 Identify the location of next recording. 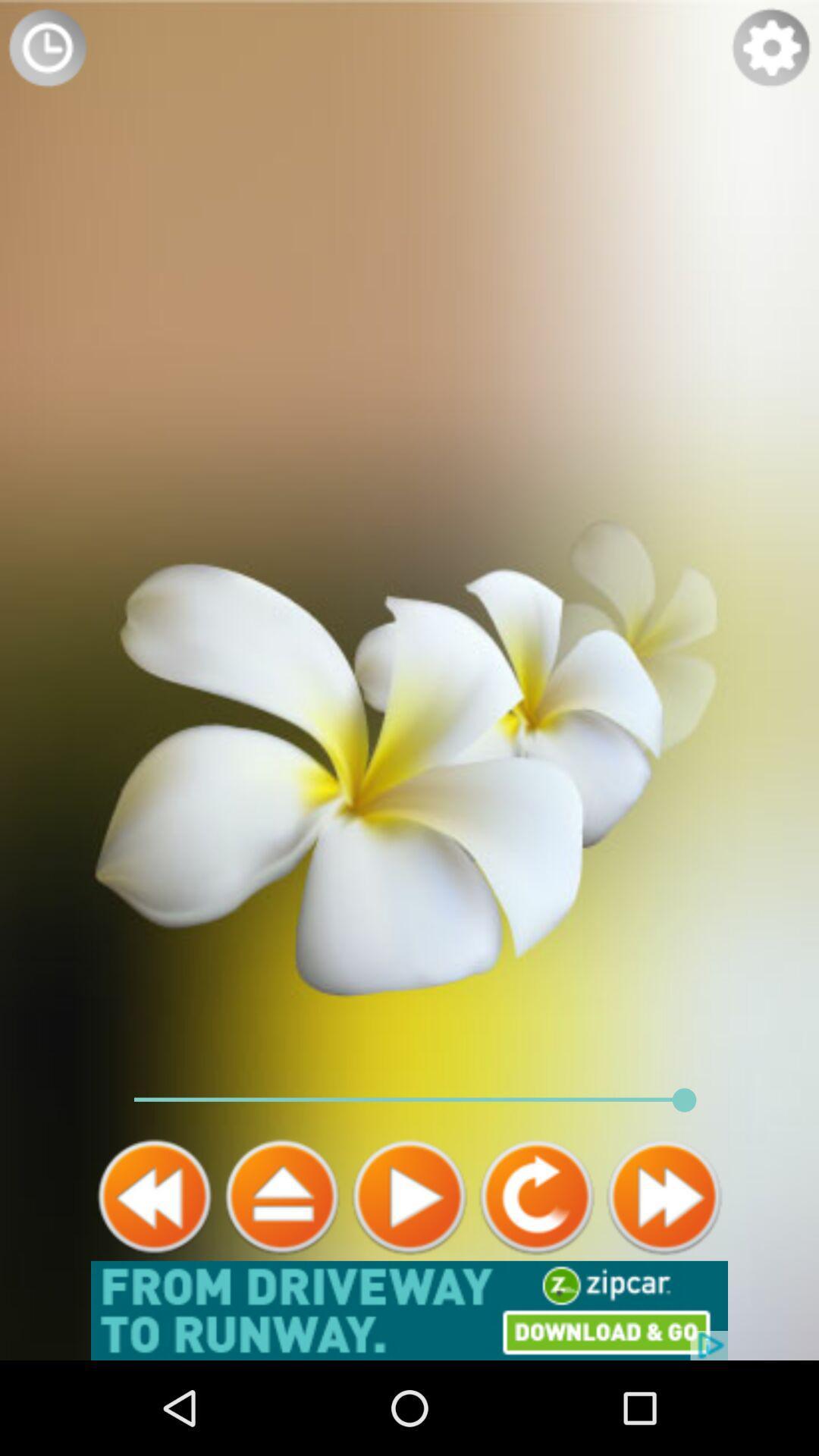
(663, 1196).